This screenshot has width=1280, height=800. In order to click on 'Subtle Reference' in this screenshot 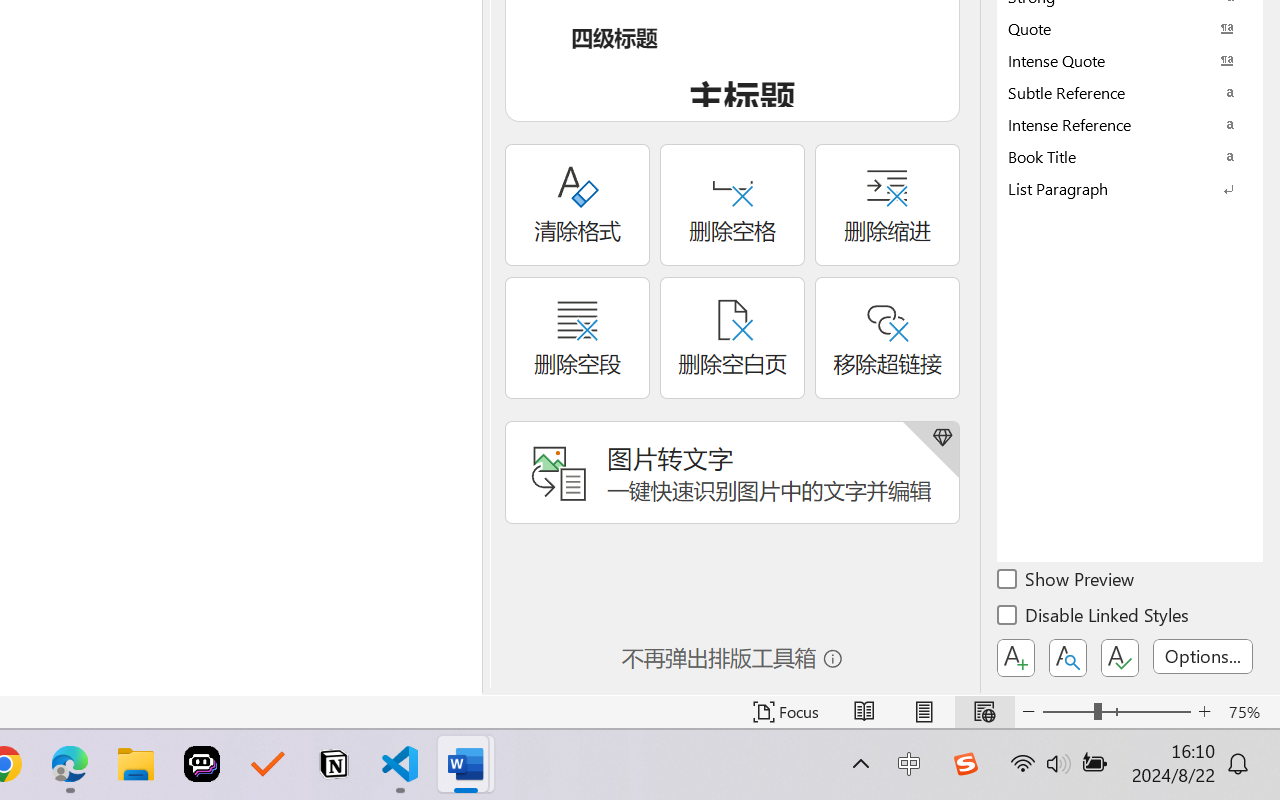, I will do `click(1130, 92)`.